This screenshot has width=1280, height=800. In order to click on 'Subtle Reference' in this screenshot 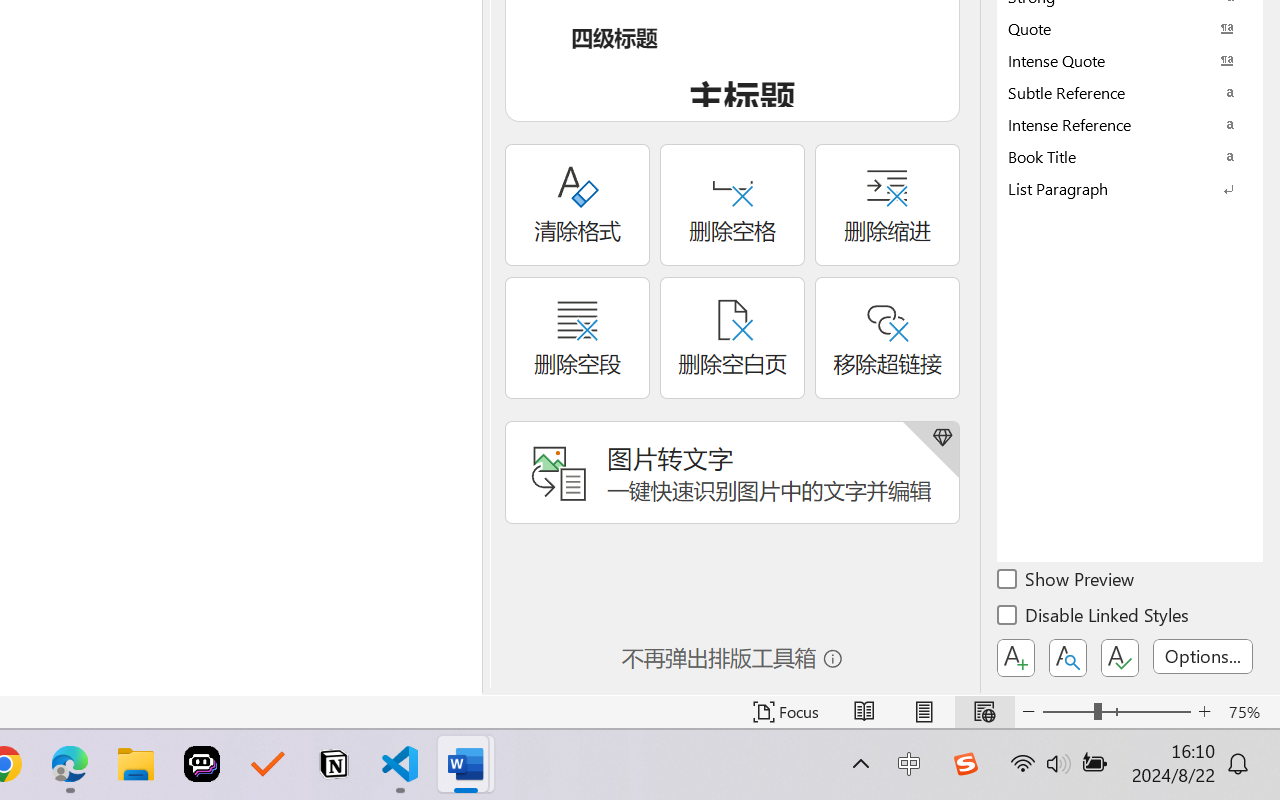, I will do `click(1130, 92)`.